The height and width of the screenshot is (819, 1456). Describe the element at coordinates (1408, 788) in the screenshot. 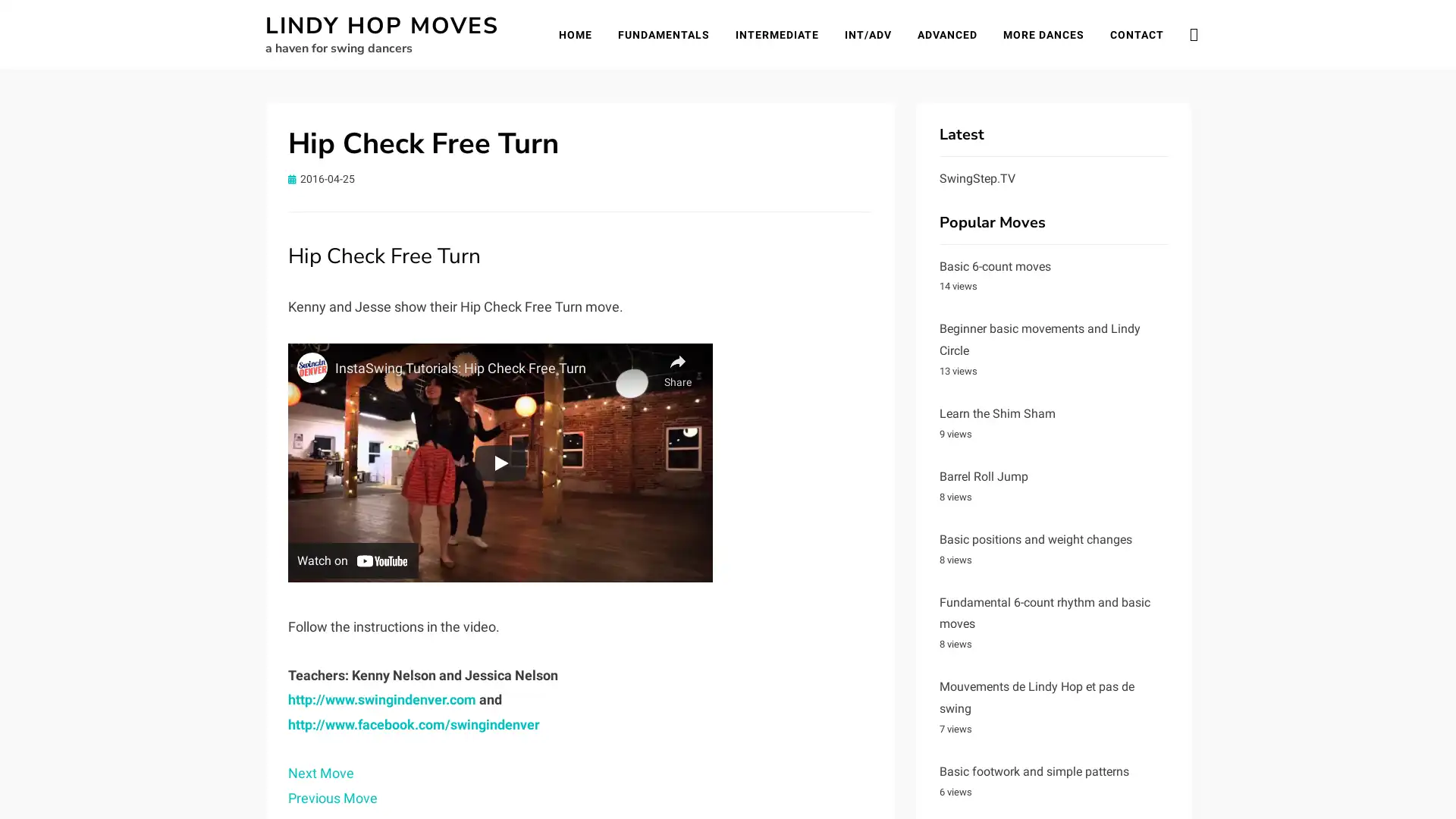

I see `GOT IT` at that location.